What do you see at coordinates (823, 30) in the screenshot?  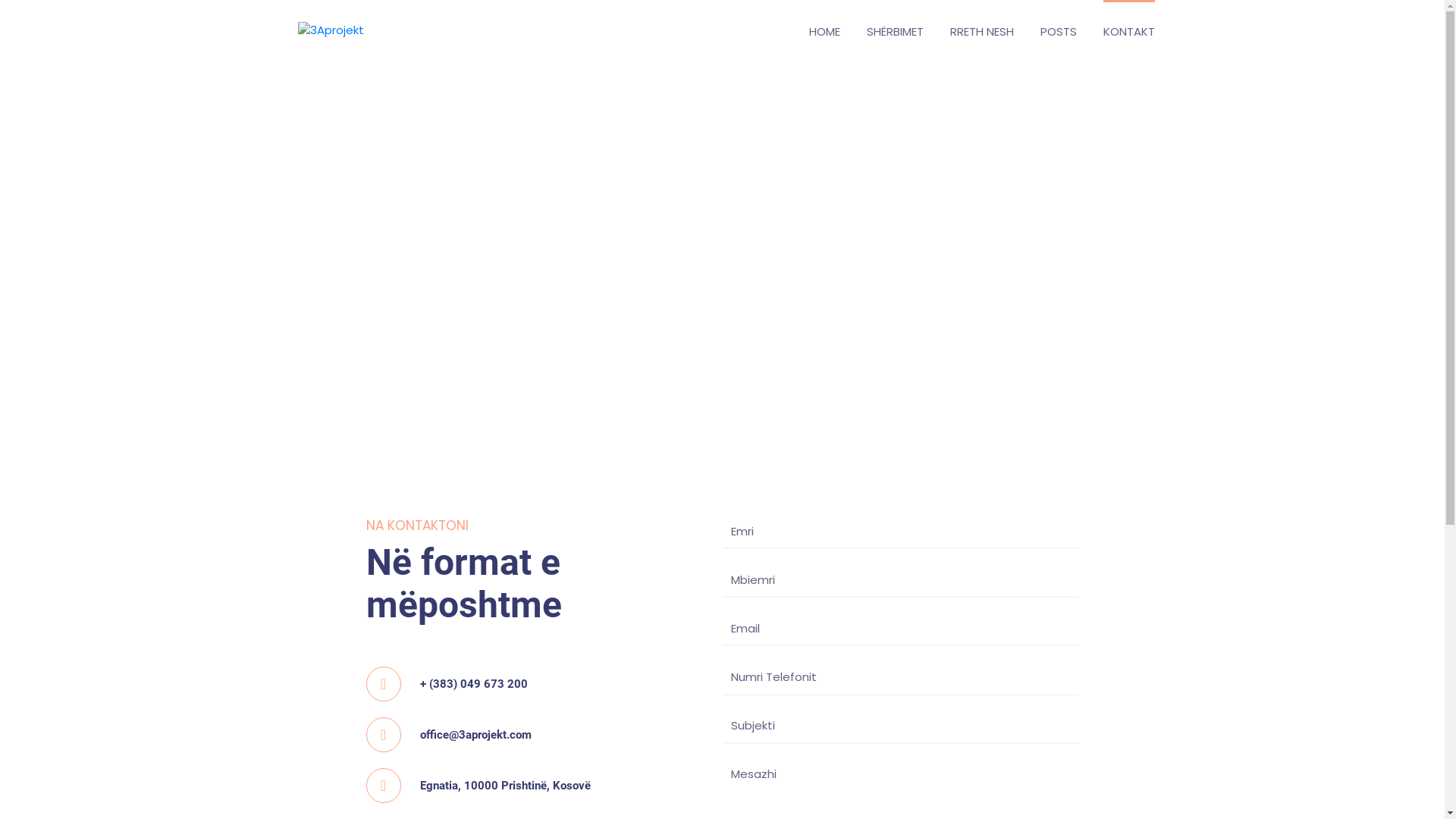 I see `'HOME'` at bounding box center [823, 30].